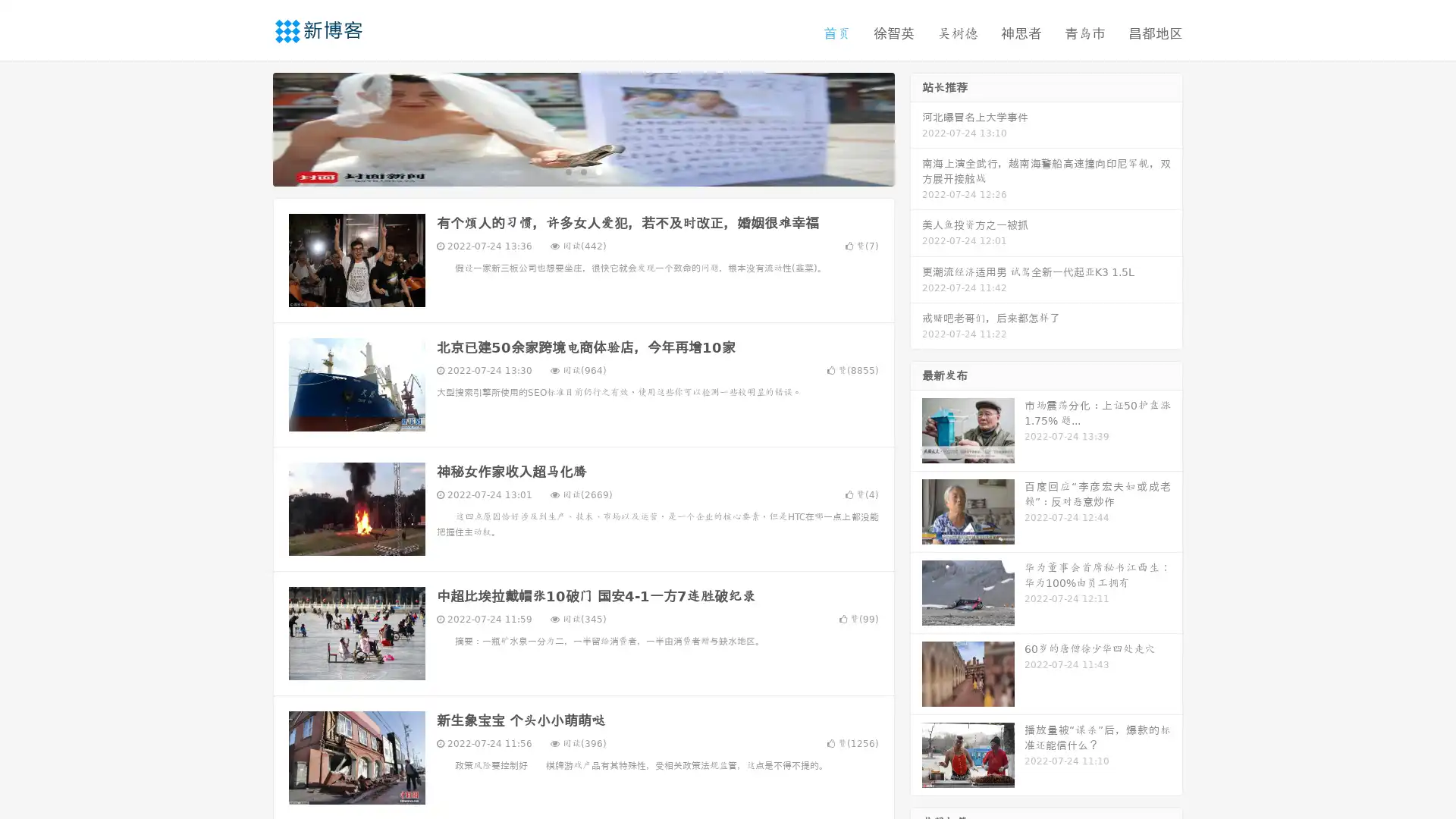 Image resolution: width=1456 pixels, height=819 pixels. What do you see at coordinates (598, 171) in the screenshot?
I see `Go to slide 3` at bounding box center [598, 171].